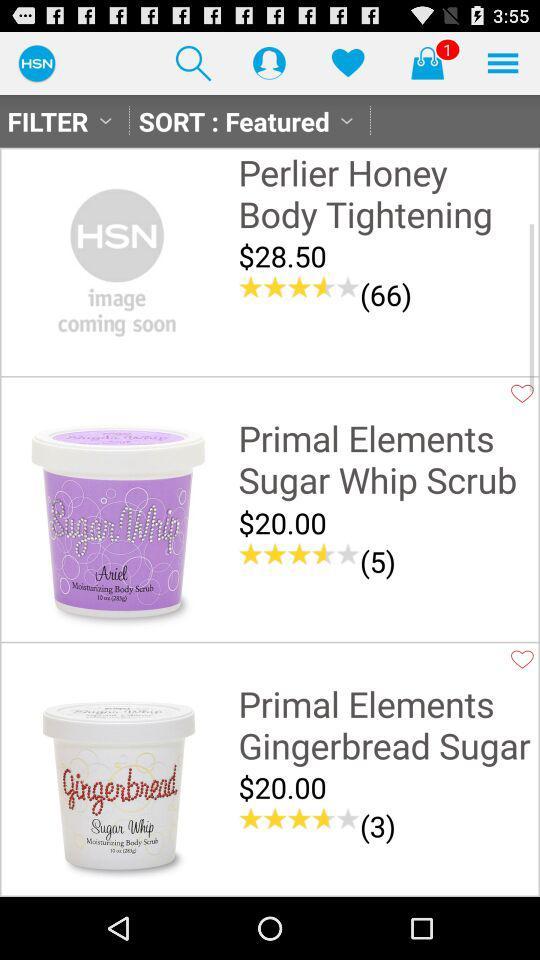 This screenshot has width=540, height=960. What do you see at coordinates (386, 192) in the screenshot?
I see `perlier honey body` at bounding box center [386, 192].